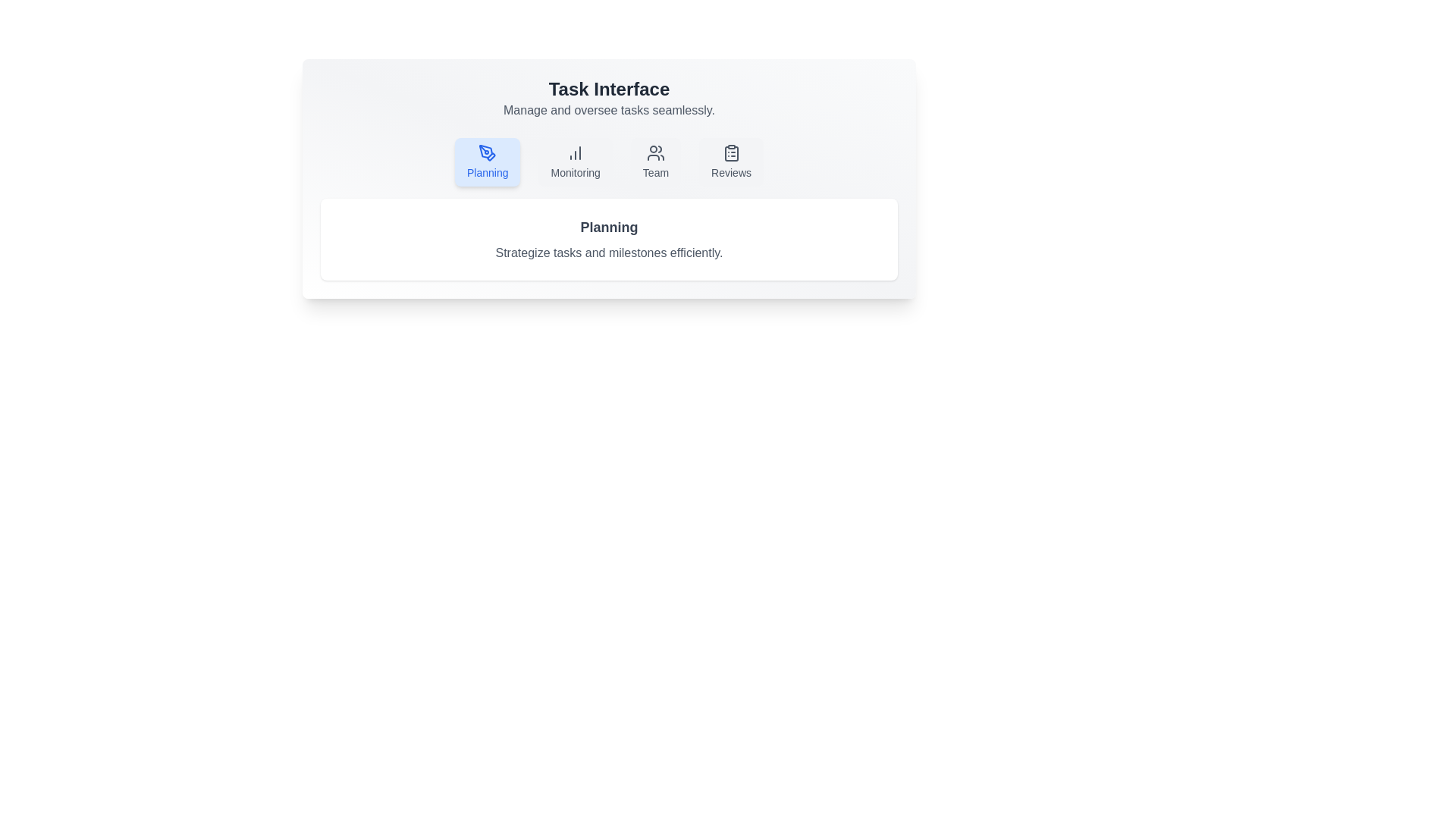 The height and width of the screenshot is (819, 1456). Describe the element at coordinates (488, 162) in the screenshot. I see `the tab labeled Planning to see the UI feedback` at that location.